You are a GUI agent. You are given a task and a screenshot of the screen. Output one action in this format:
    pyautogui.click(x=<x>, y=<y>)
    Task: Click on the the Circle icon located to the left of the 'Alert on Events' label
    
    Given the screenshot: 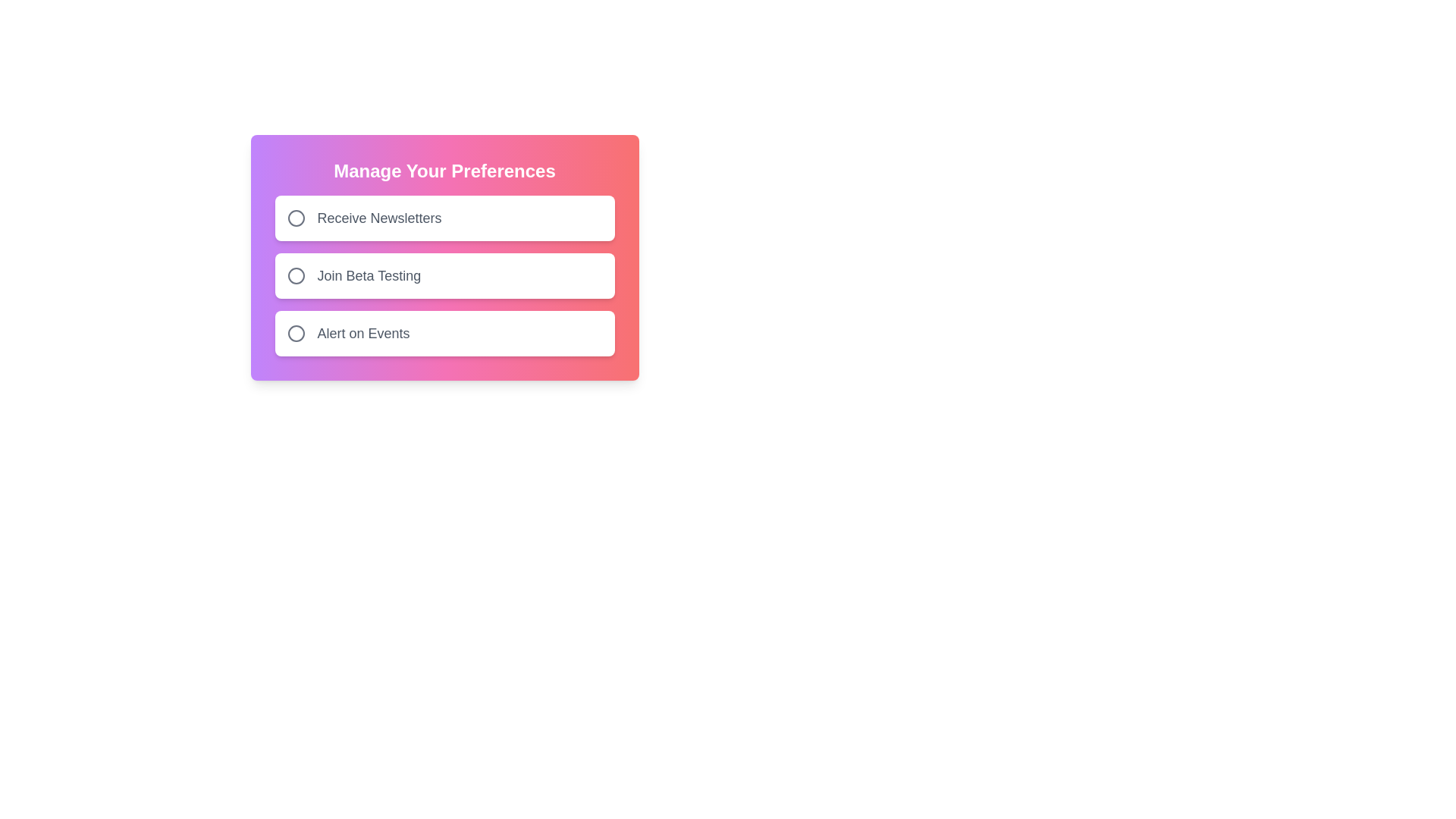 What is the action you would take?
    pyautogui.click(x=296, y=332)
    